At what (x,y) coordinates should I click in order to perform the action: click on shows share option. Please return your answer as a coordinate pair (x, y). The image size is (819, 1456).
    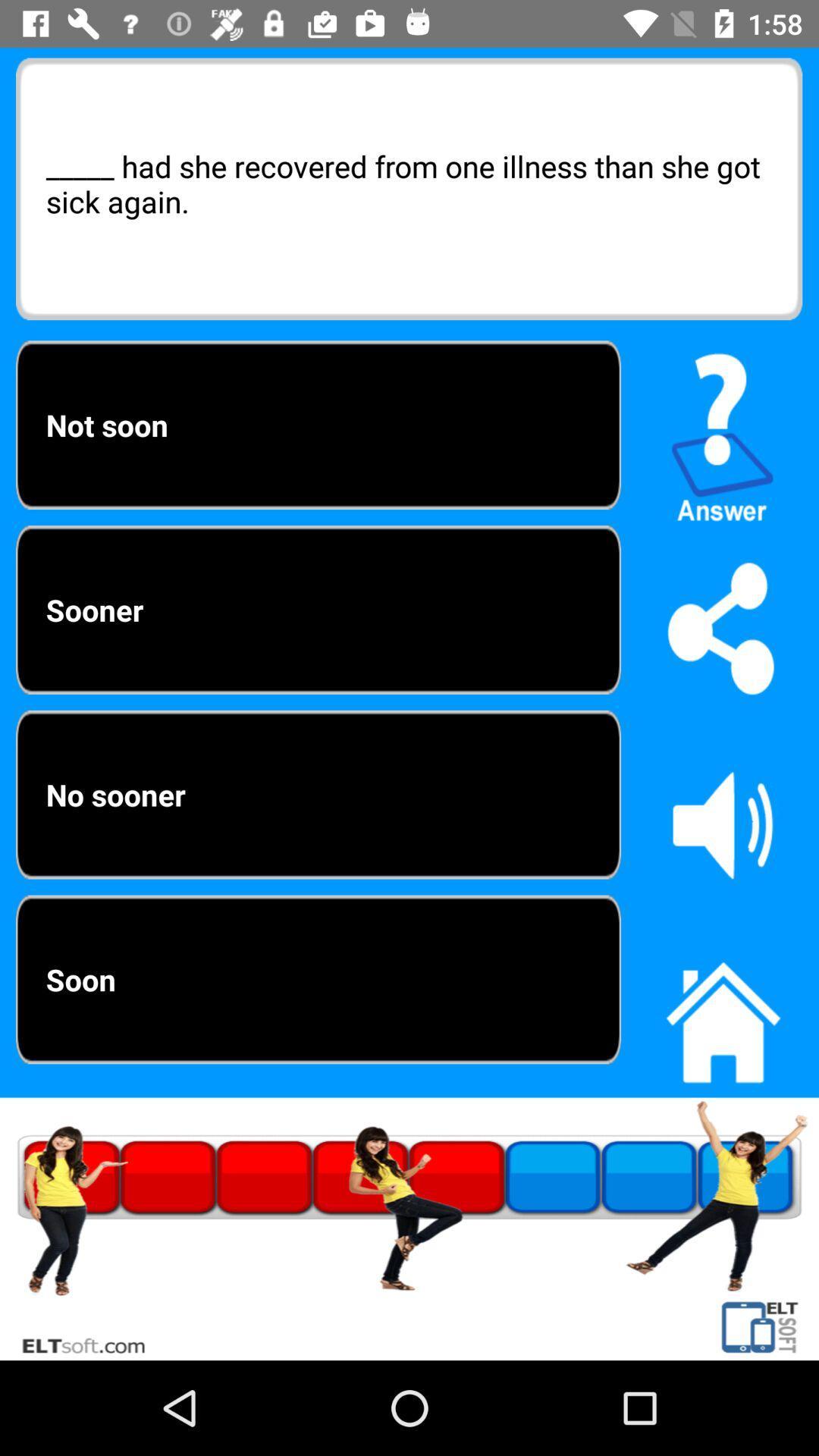
    Looking at the image, I should click on (722, 627).